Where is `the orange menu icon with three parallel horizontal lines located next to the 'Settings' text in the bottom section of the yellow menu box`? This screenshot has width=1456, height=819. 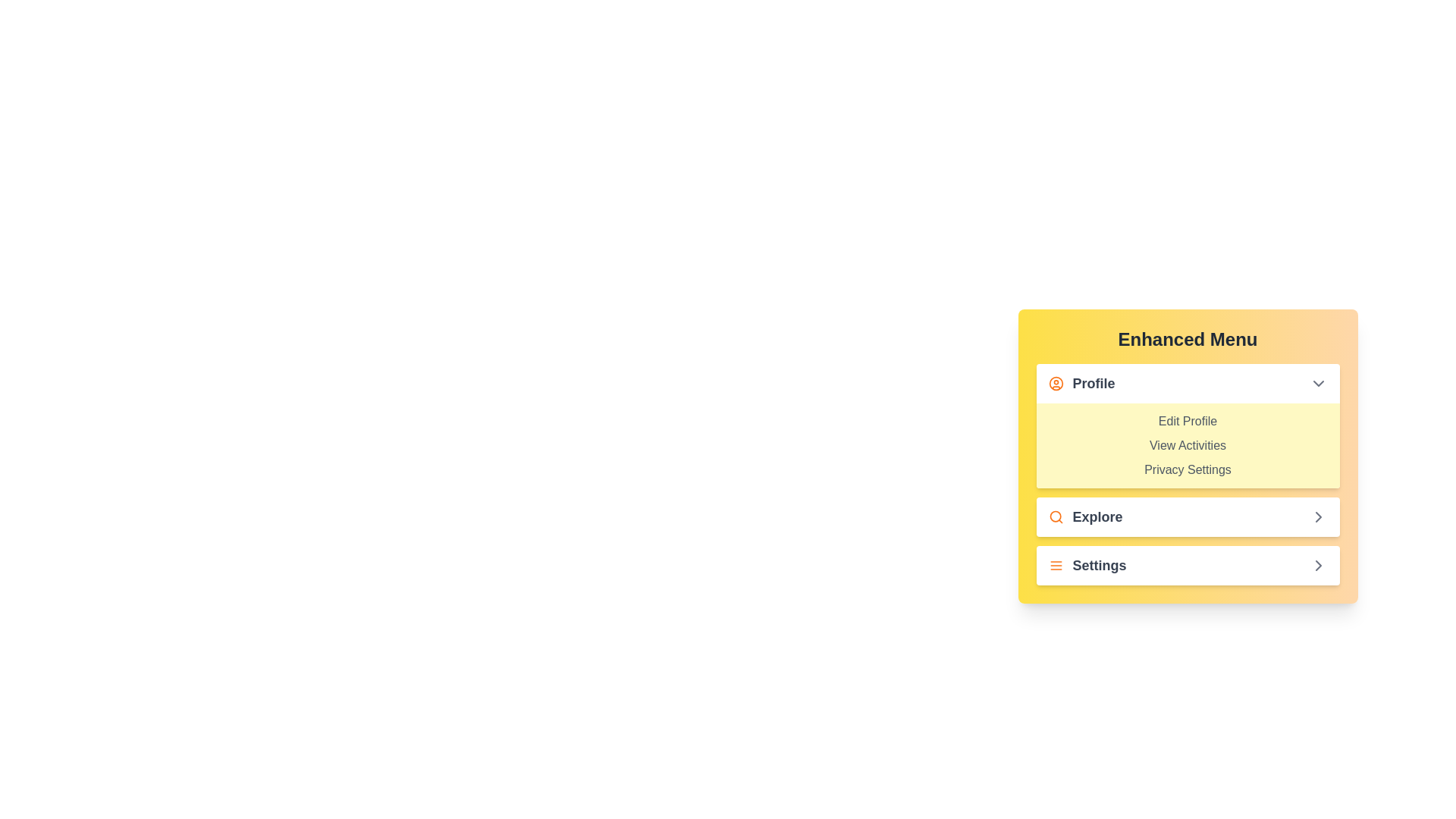 the orange menu icon with three parallel horizontal lines located next to the 'Settings' text in the bottom section of the yellow menu box is located at coordinates (1055, 565).